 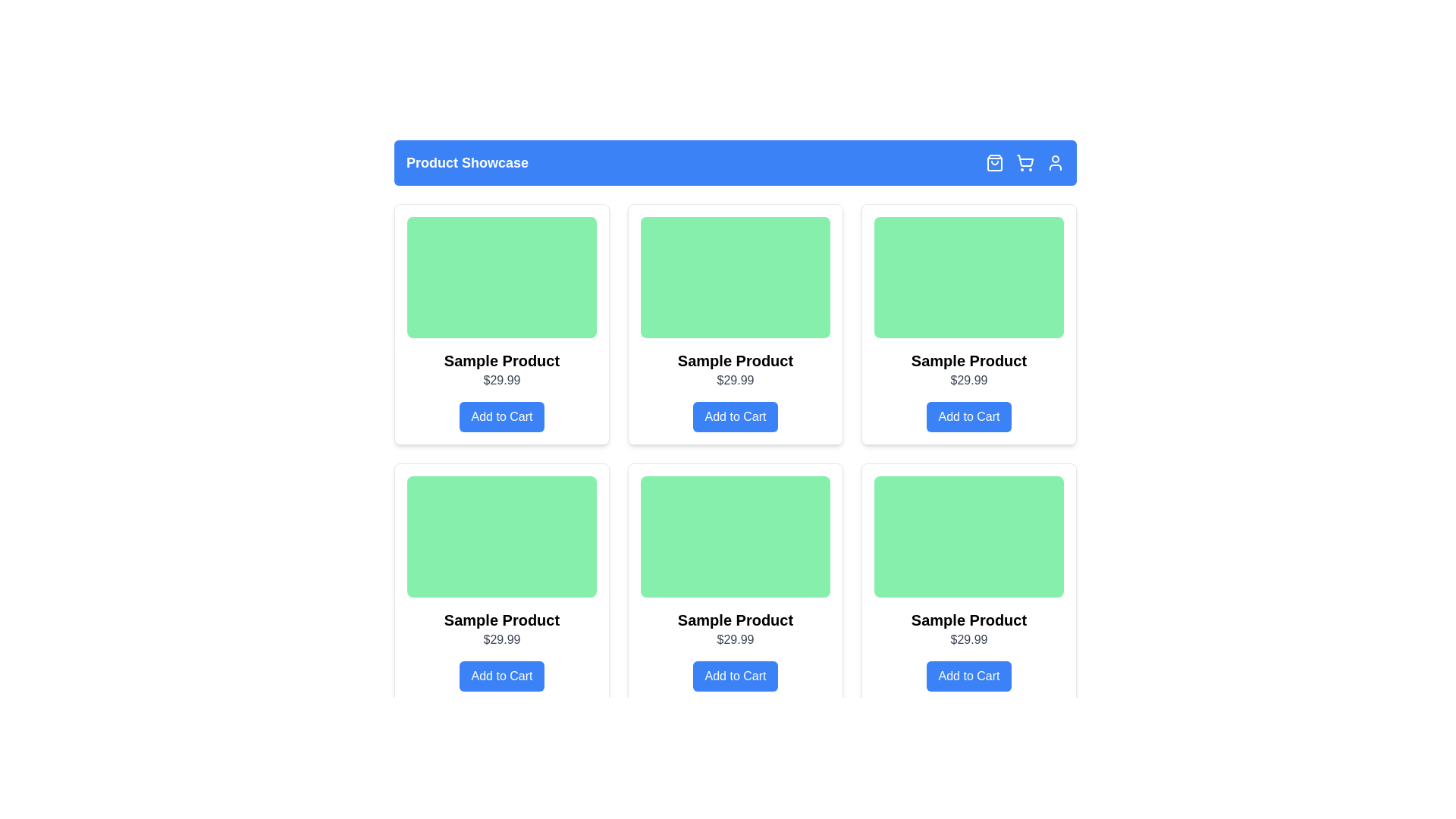 What do you see at coordinates (994, 163) in the screenshot?
I see `the shopping bag icon represented by the trapezoidal base and slanted lines located in the top-right corner of the blue header bar` at bounding box center [994, 163].